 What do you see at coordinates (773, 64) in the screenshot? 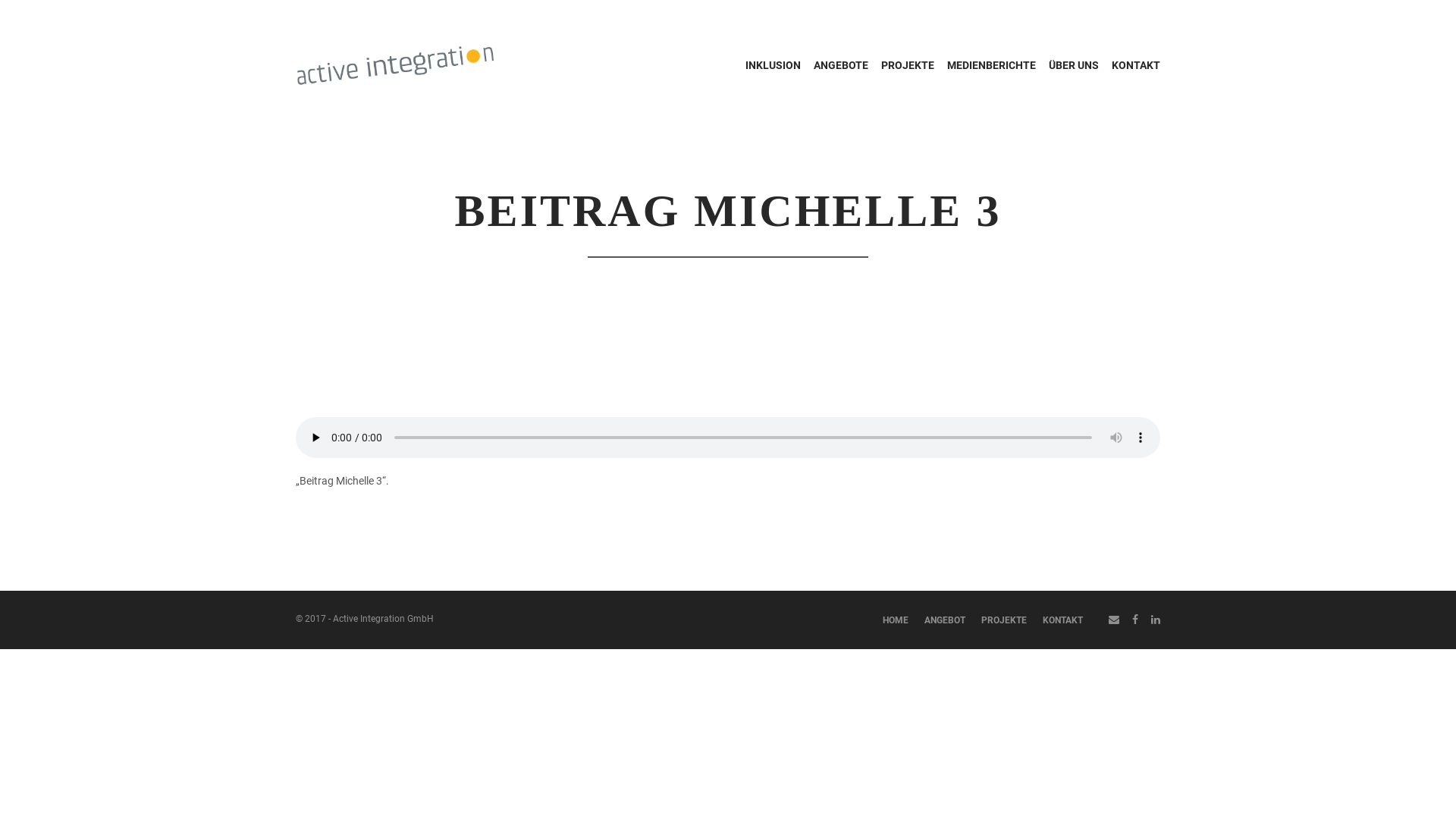
I see `'INKLUSION'` at bounding box center [773, 64].